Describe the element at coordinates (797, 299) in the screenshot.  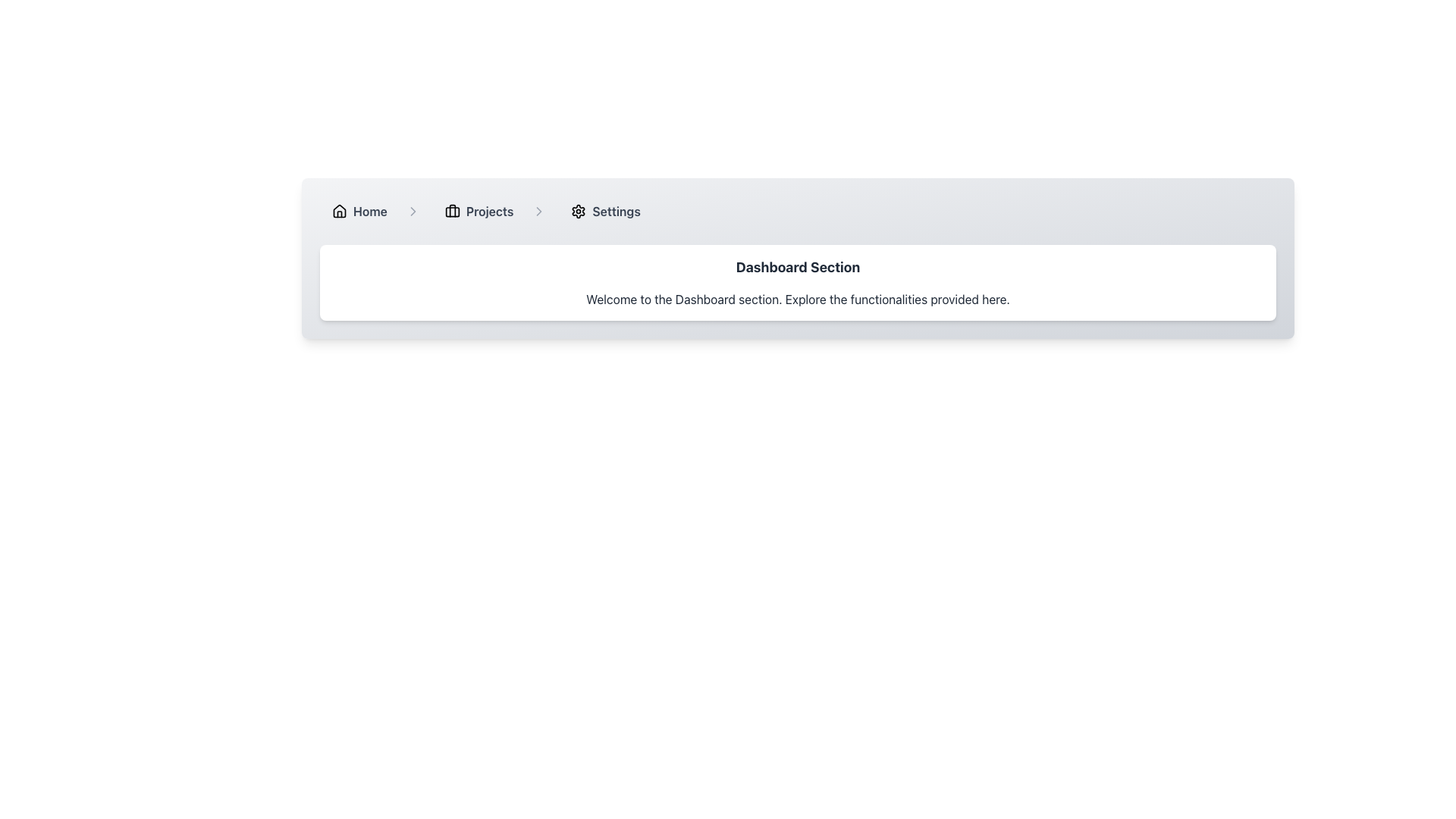
I see `the text block that reads 'Welcome to the Dashboard section. Explore the functionalities provided here.' located beneath the 'Dashboard Section' heading` at that location.